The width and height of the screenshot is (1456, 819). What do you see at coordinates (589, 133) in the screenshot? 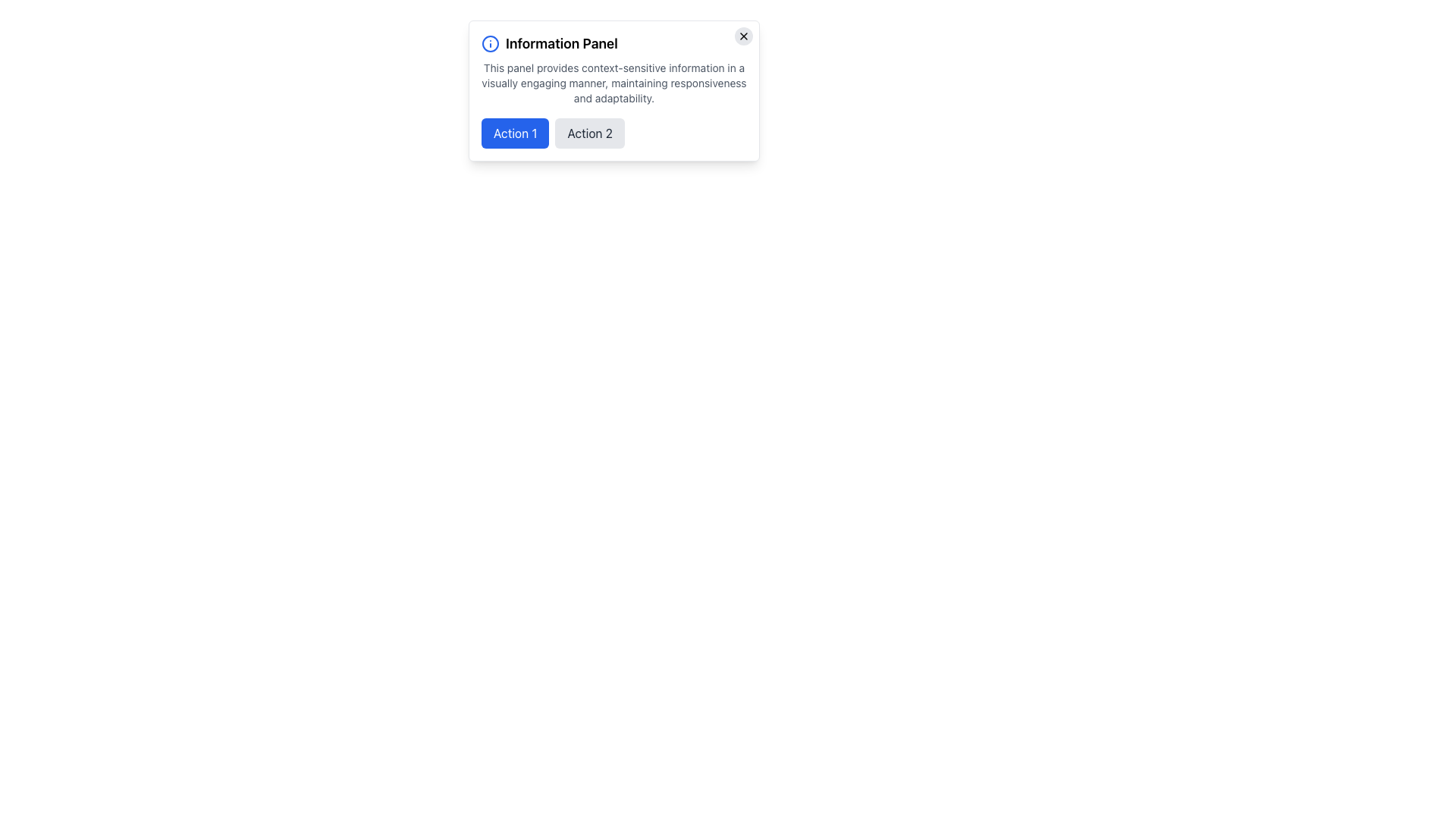
I see `the second button in the horizontal arrangement` at bounding box center [589, 133].